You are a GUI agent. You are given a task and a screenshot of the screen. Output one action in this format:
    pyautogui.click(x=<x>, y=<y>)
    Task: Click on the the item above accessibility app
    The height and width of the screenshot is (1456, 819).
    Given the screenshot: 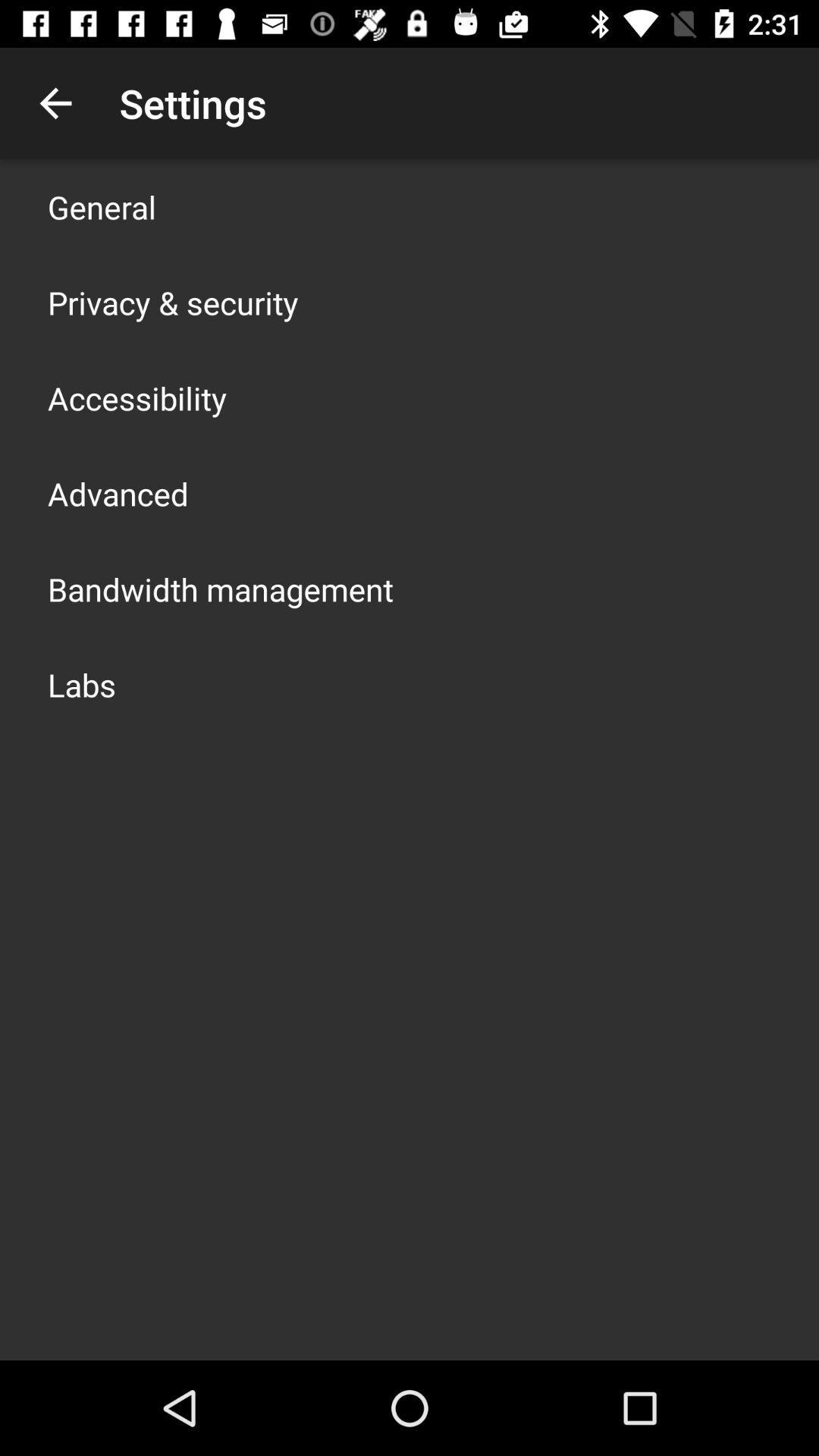 What is the action you would take?
    pyautogui.click(x=172, y=302)
    